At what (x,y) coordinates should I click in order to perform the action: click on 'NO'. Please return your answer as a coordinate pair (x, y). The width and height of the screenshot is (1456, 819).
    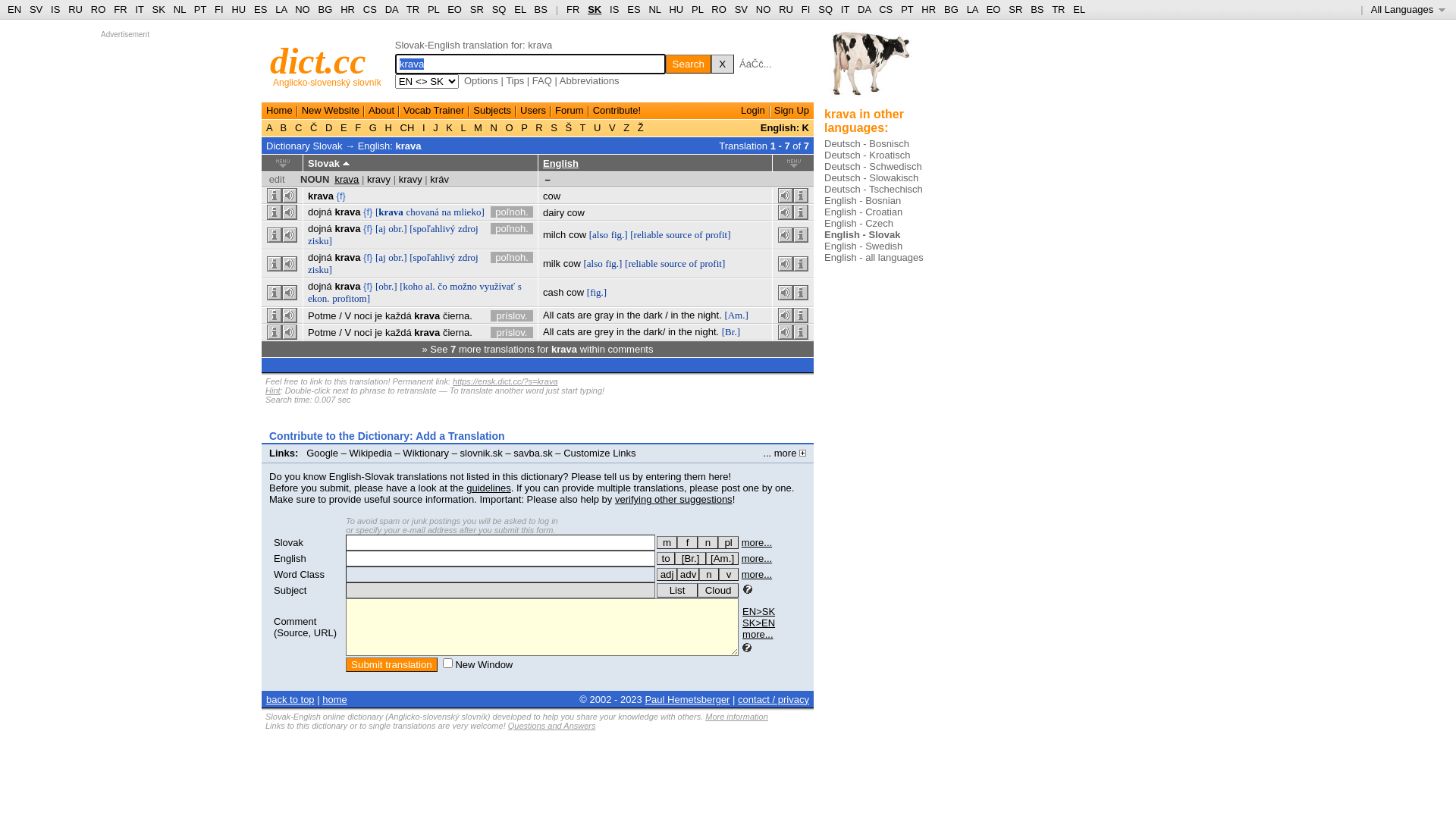
    Looking at the image, I should click on (764, 9).